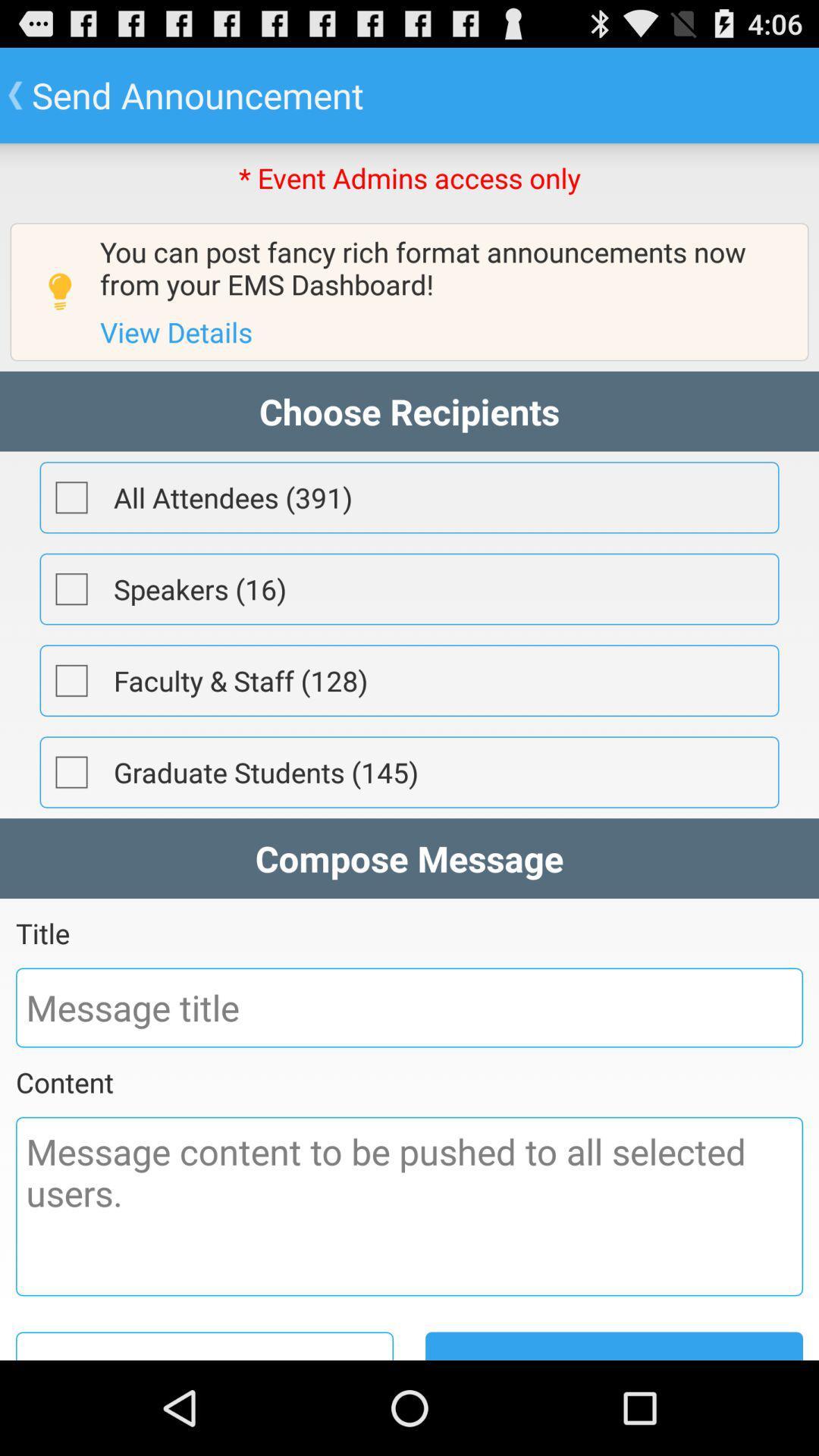 This screenshot has width=819, height=1456. Describe the element at coordinates (175, 331) in the screenshot. I see `the item above the choose recipients item` at that location.